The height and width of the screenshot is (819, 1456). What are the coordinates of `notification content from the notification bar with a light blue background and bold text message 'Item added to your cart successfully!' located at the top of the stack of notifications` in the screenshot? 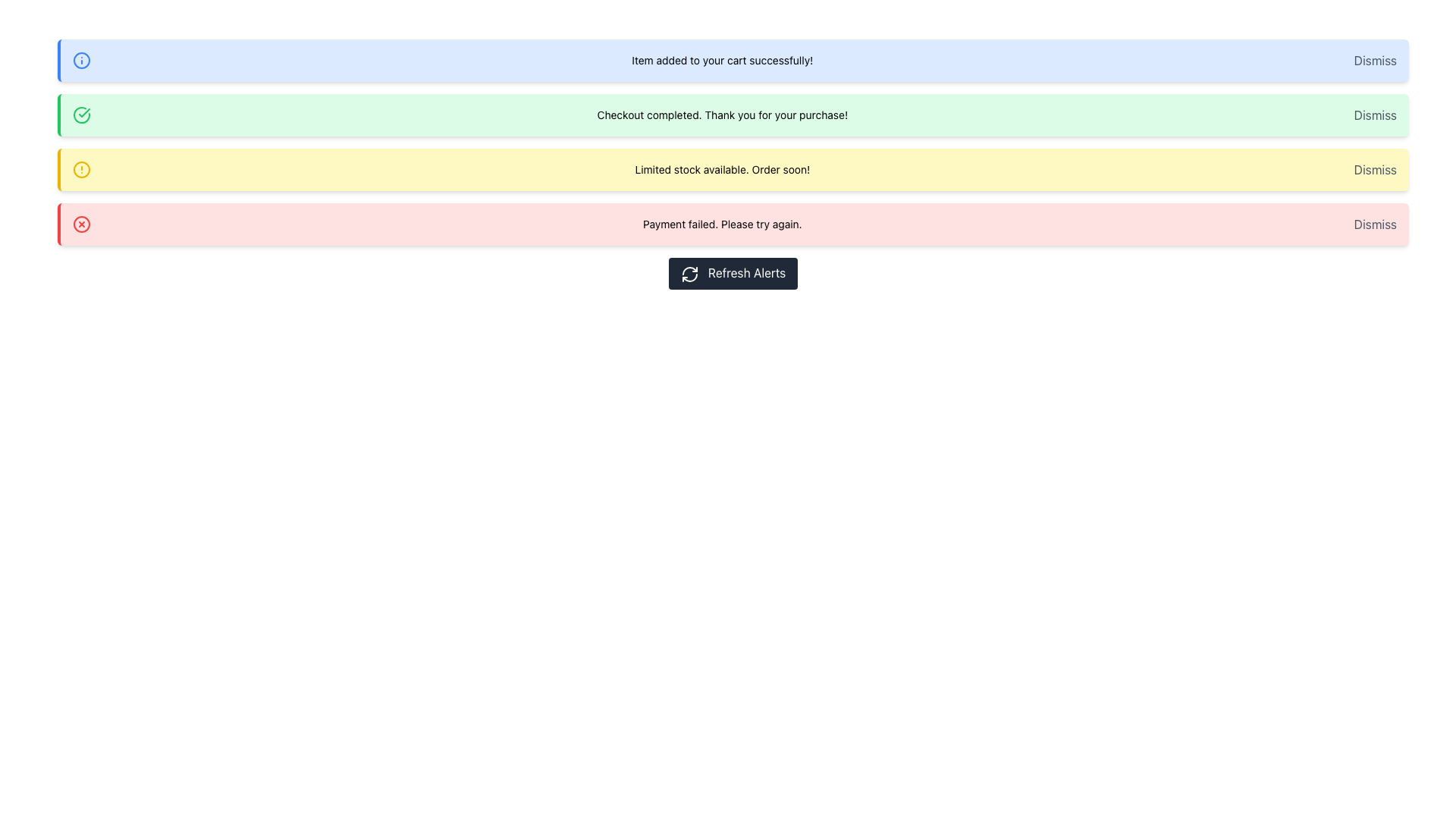 It's located at (733, 60).